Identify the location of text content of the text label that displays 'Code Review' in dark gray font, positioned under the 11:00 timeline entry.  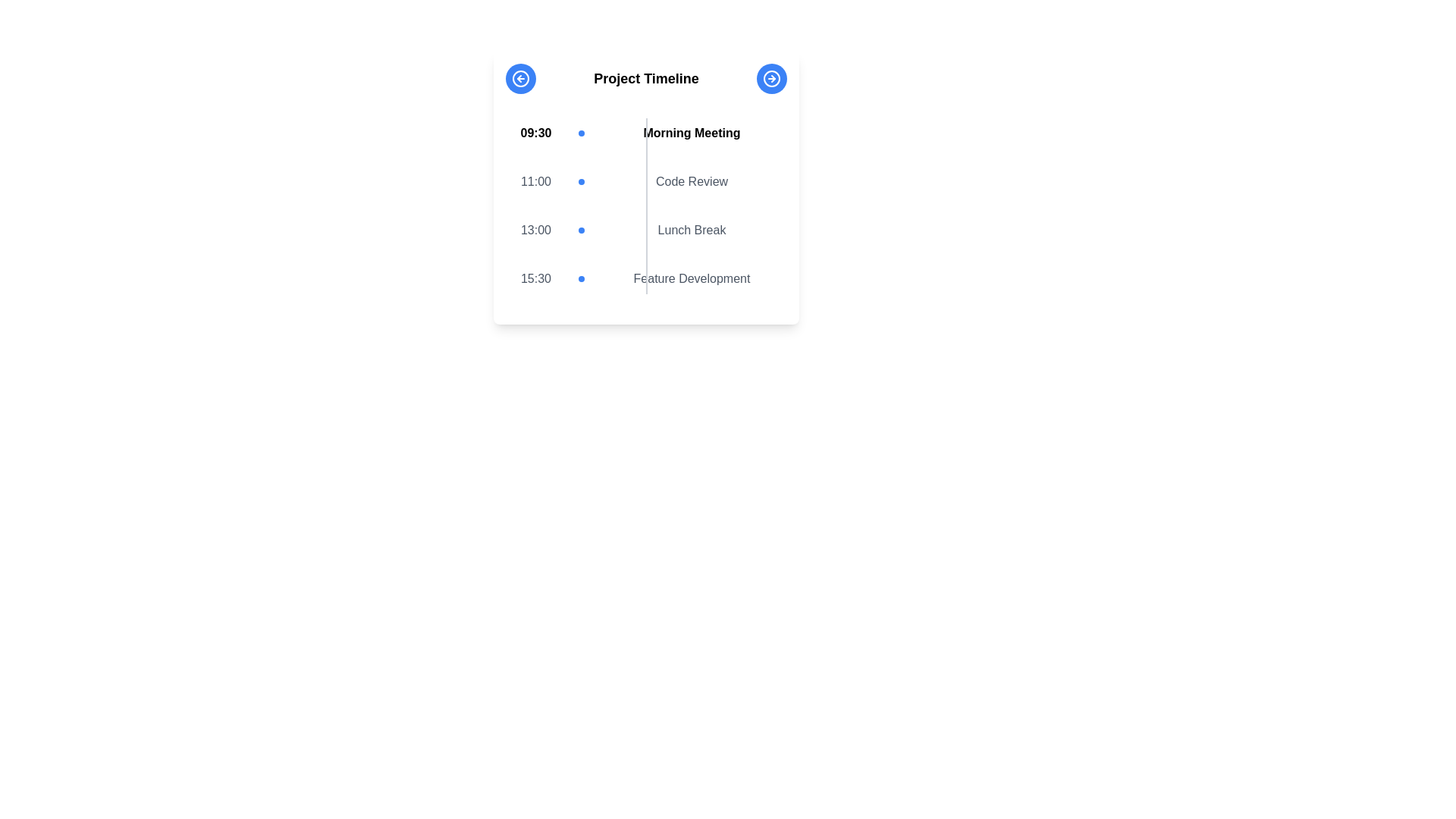
(691, 180).